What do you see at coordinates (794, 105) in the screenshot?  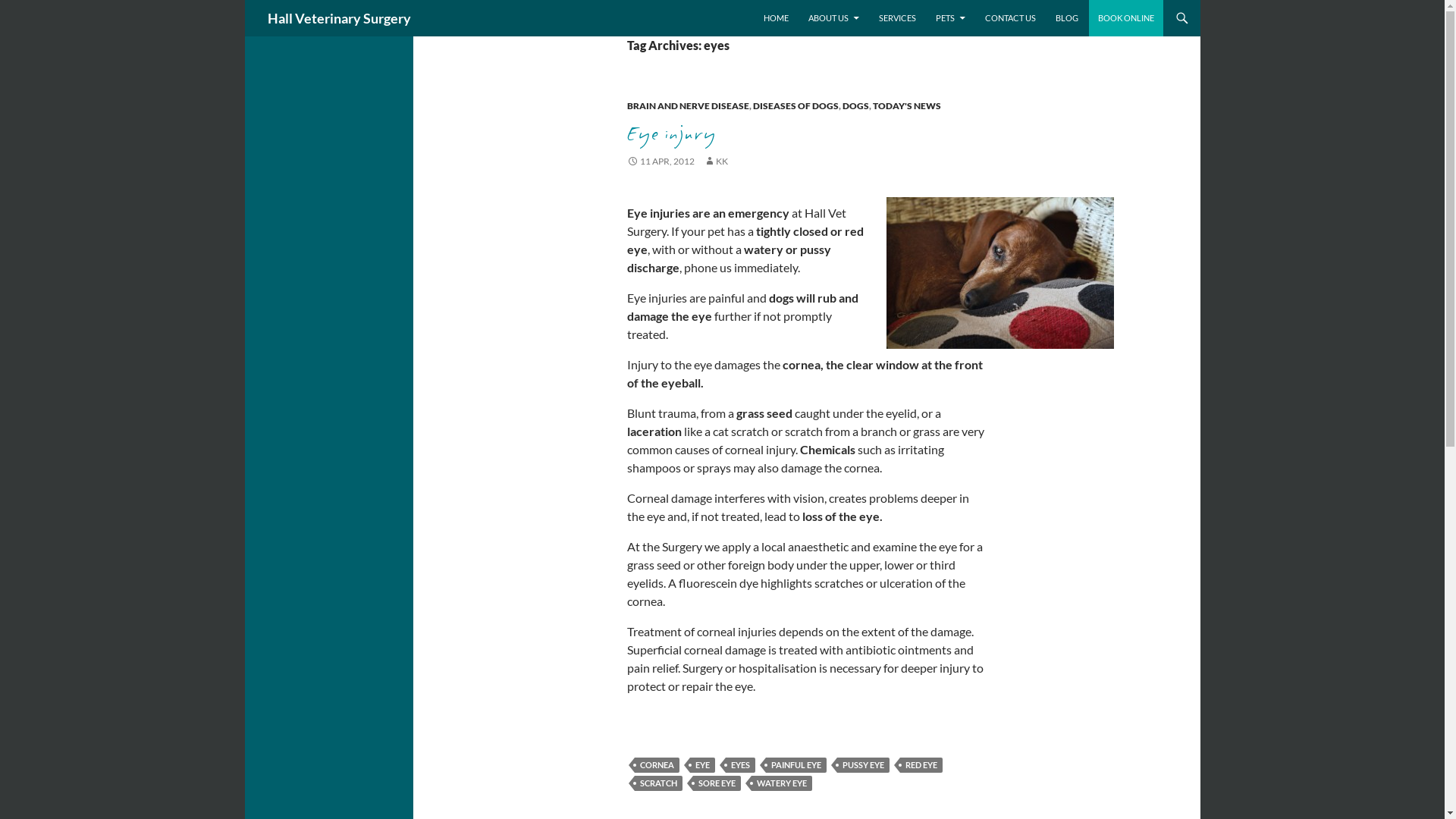 I see `'DISEASES OF DOGS'` at bounding box center [794, 105].